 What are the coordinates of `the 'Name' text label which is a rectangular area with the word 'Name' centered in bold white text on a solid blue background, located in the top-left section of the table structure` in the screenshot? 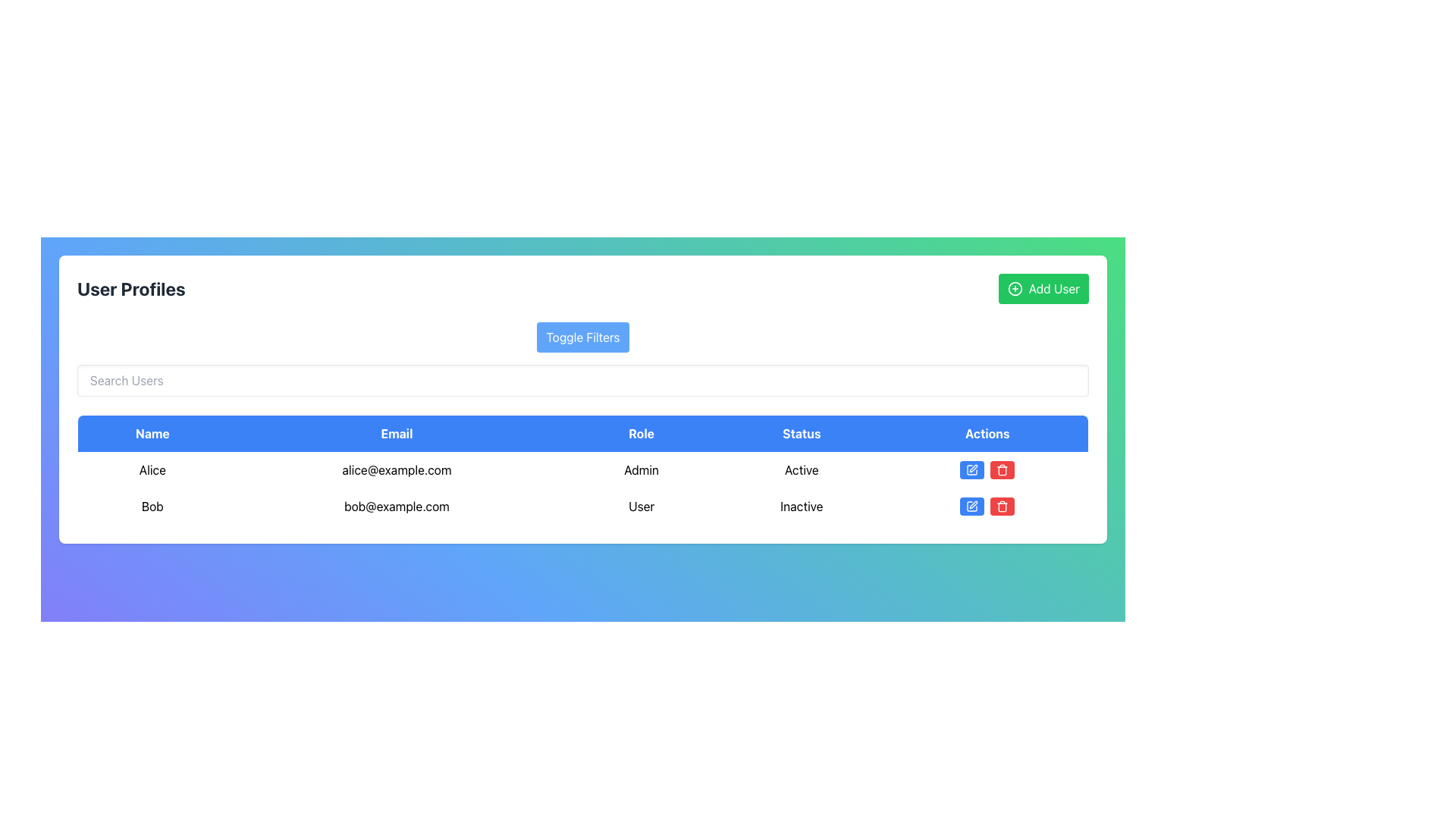 It's located at (152, 433).